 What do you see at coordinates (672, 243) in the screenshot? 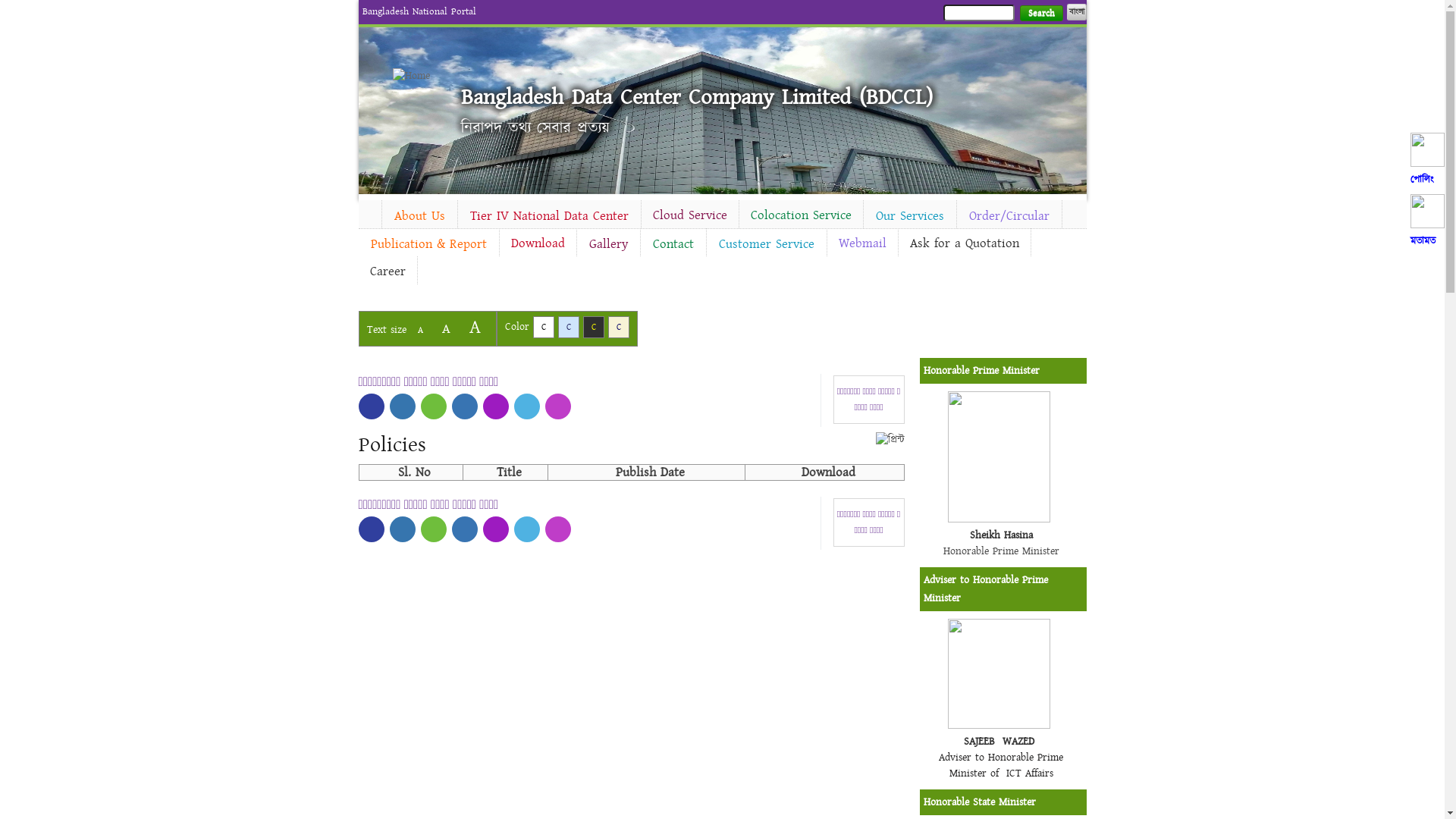
I see `'Contact'` at bounding box center [672, 243].